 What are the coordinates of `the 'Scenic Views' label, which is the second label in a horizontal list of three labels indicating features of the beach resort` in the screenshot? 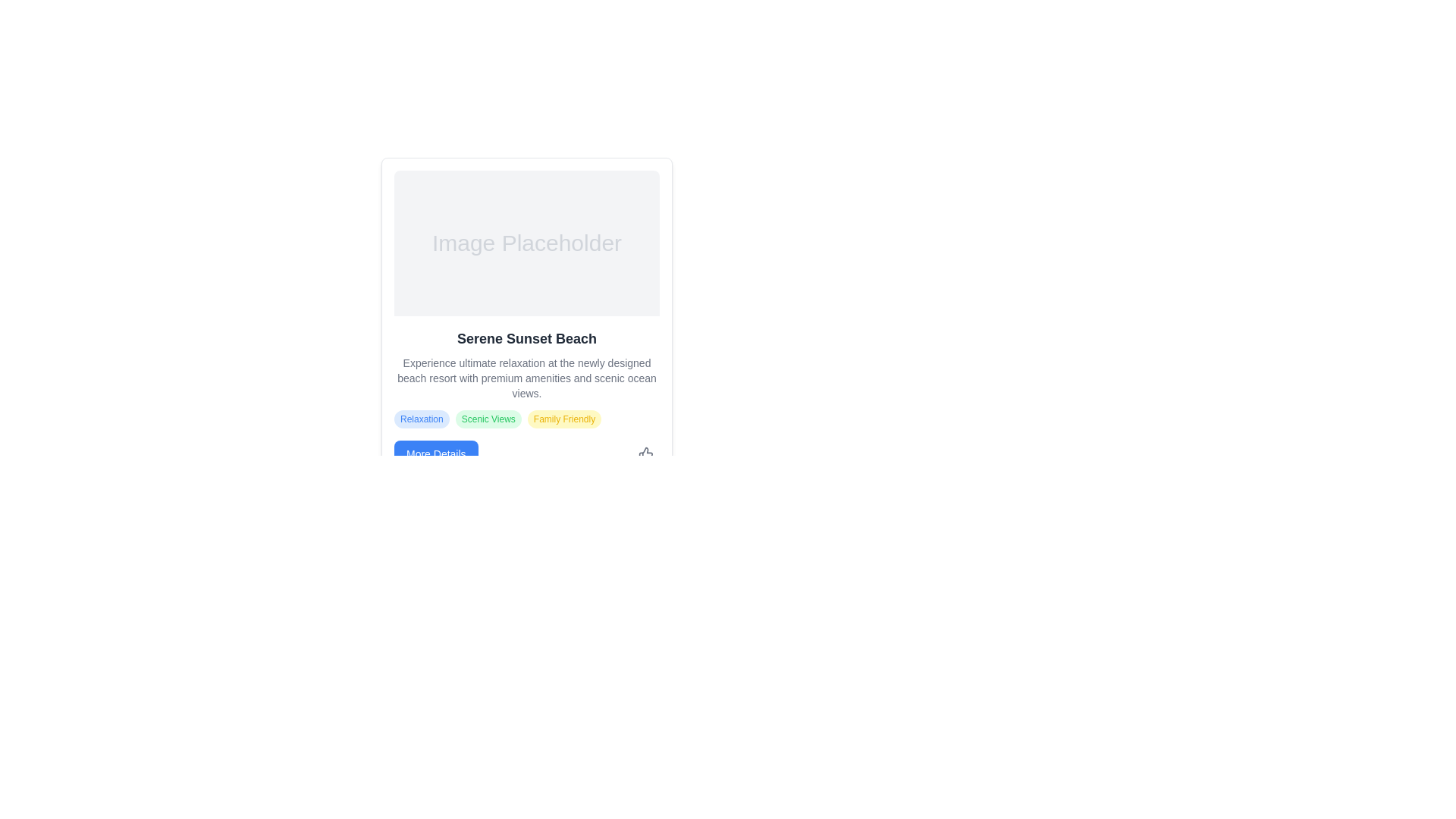 It's located at (488, 419).